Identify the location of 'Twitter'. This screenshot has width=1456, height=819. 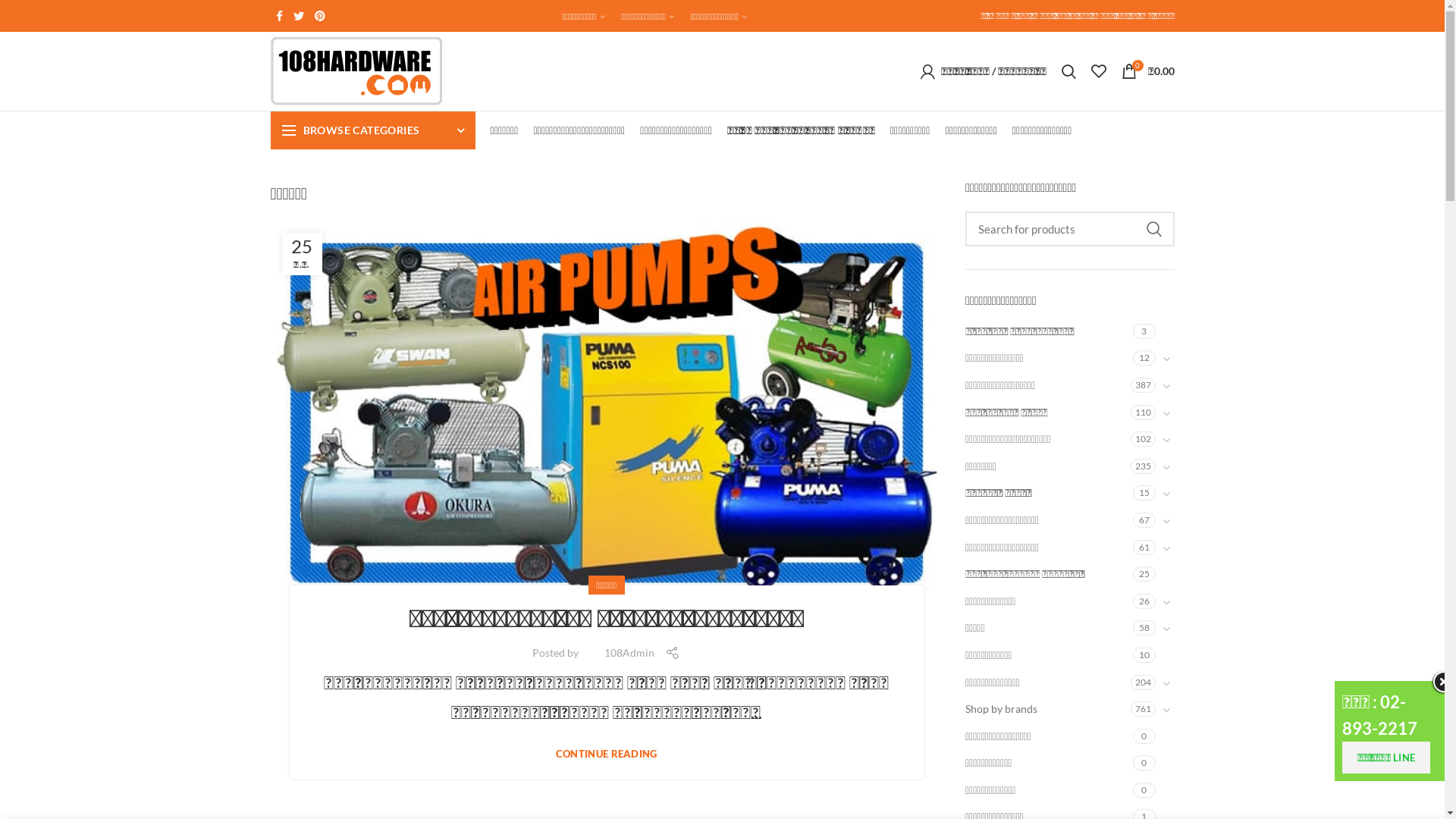
(298, 15).